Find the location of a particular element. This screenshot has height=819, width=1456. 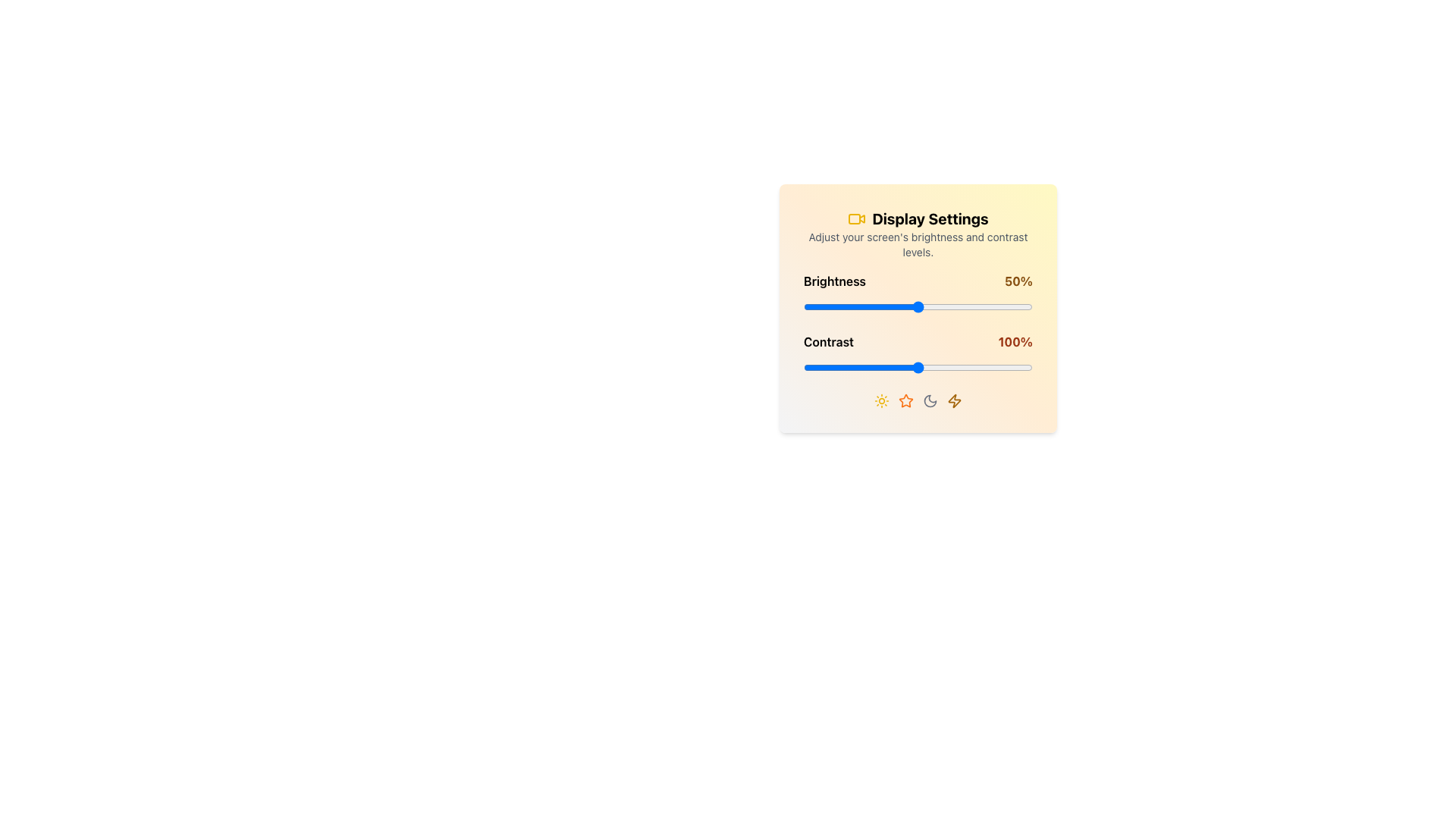

contrast is located at coordinates (1021, 368).